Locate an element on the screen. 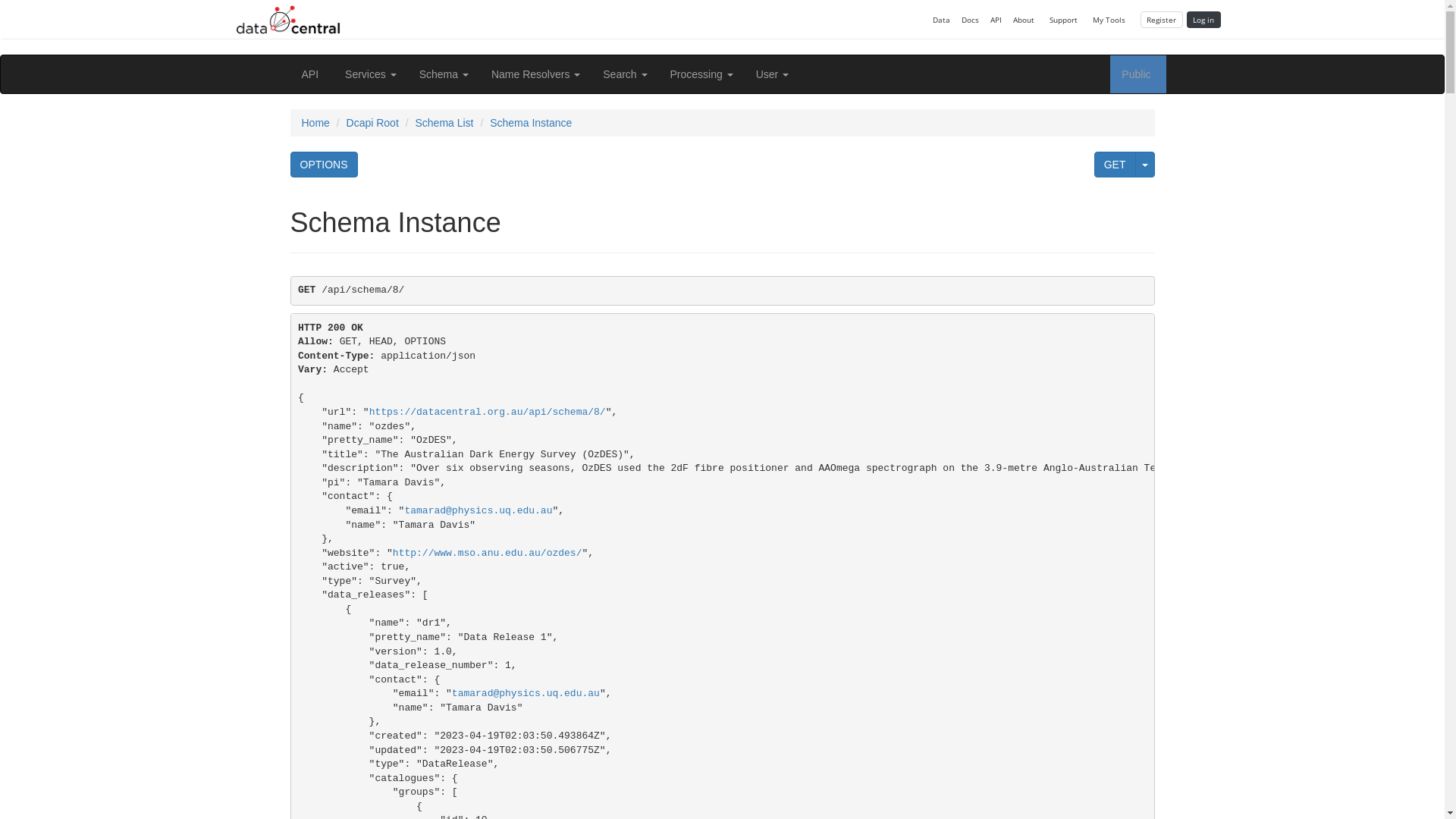 This screenshot has height=819, width=1456. 'Register' is located at coordinates (1160, 20).